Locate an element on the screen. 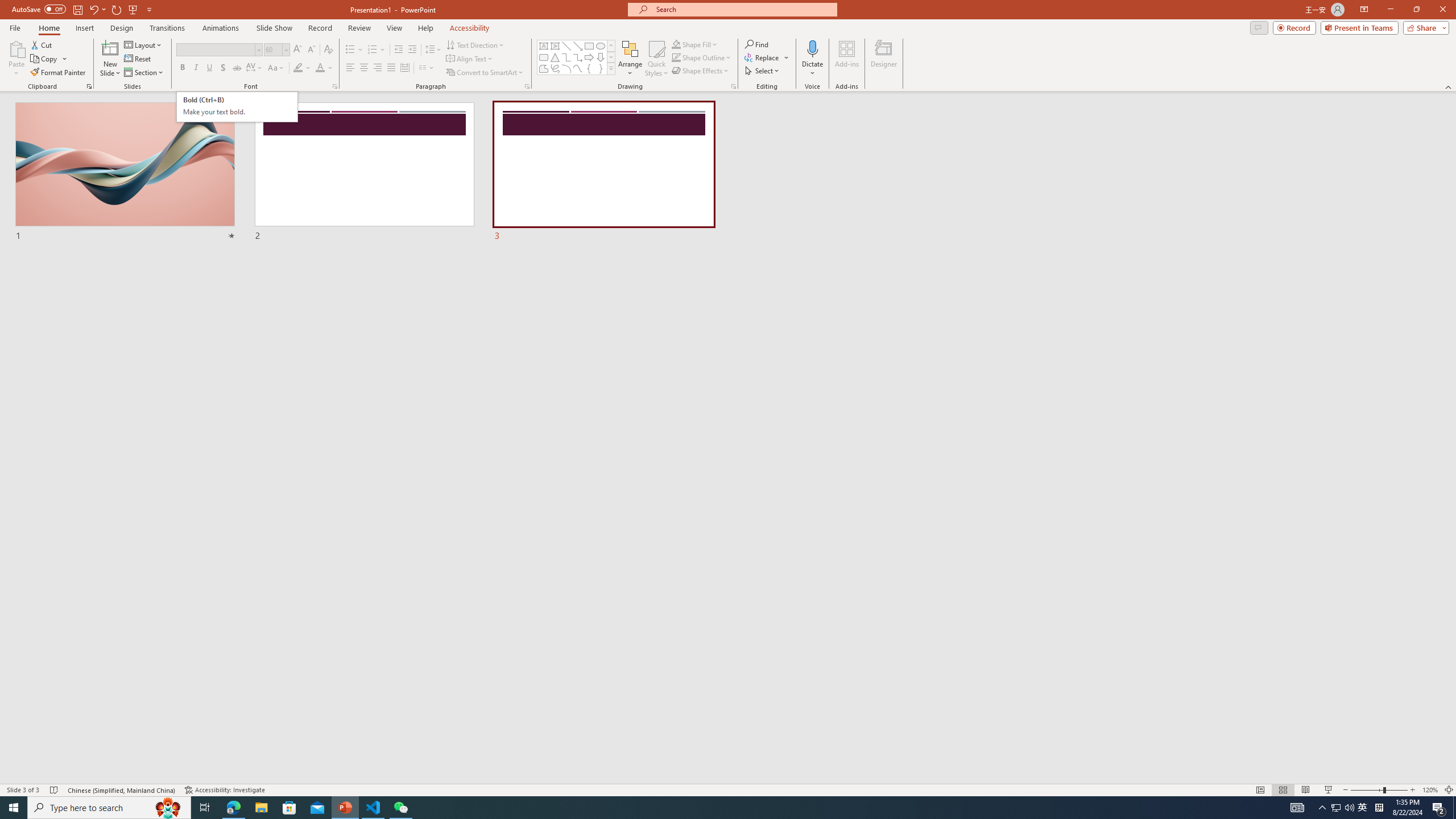 This screenshot has width=1456, height=819. 'Vertical Text Box' is located at coordinates (554, 45).